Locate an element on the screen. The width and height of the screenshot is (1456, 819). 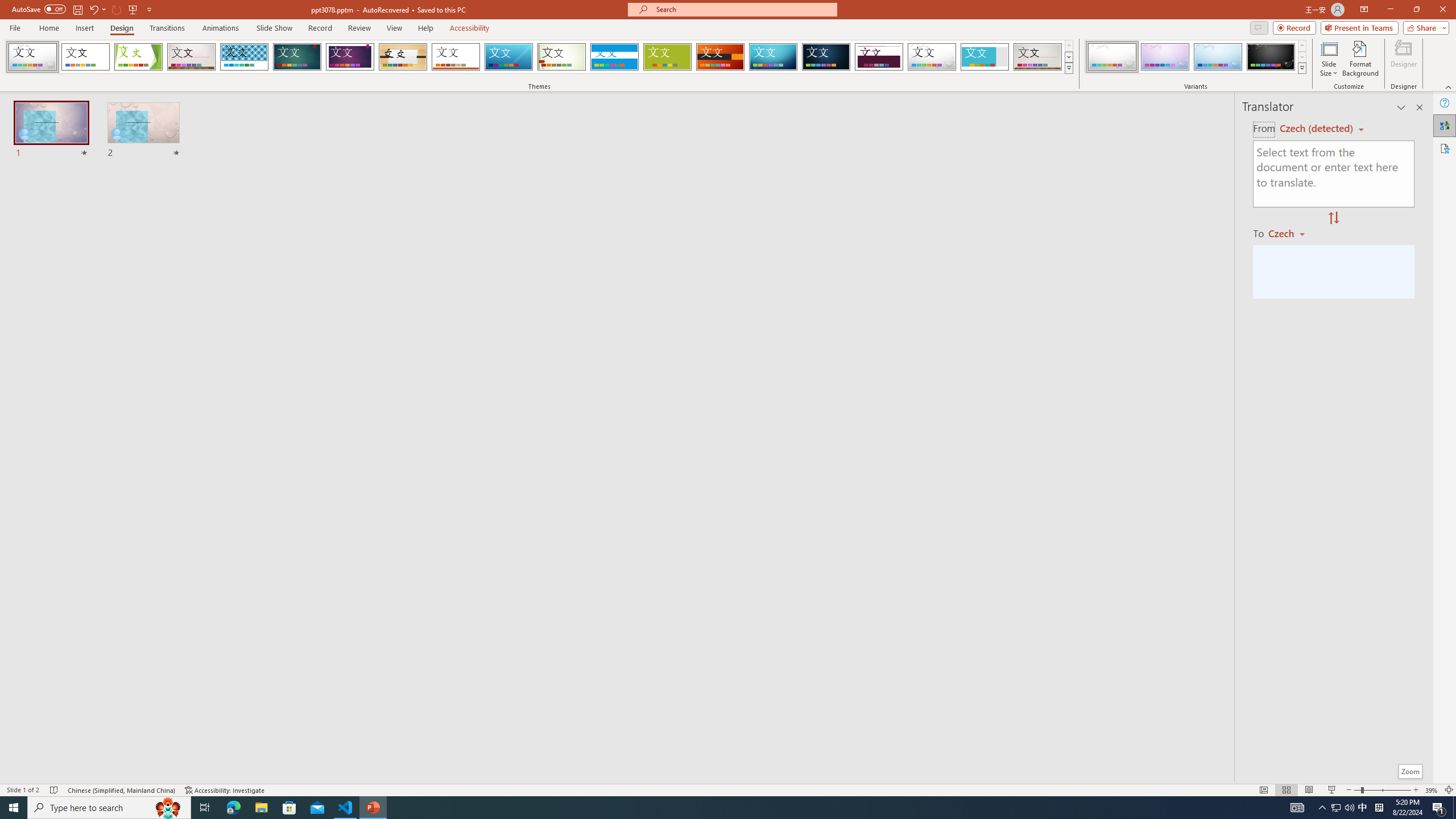
'Droplet' is located at coordinates (932, 56).